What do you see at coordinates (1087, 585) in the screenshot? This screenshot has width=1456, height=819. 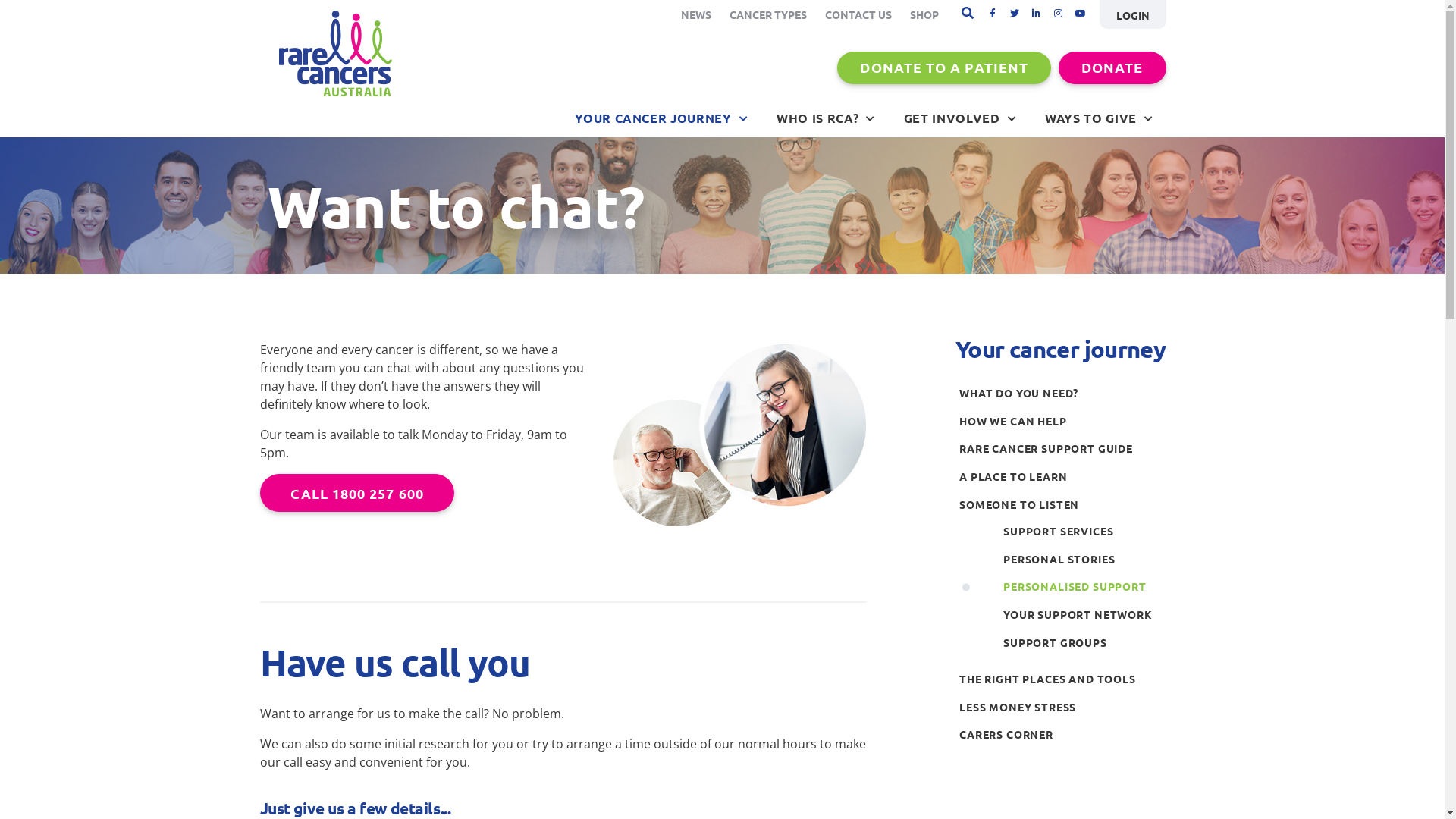 I see `'PERSONALISED SUPPORT'` at bounding box center [1087, 585].